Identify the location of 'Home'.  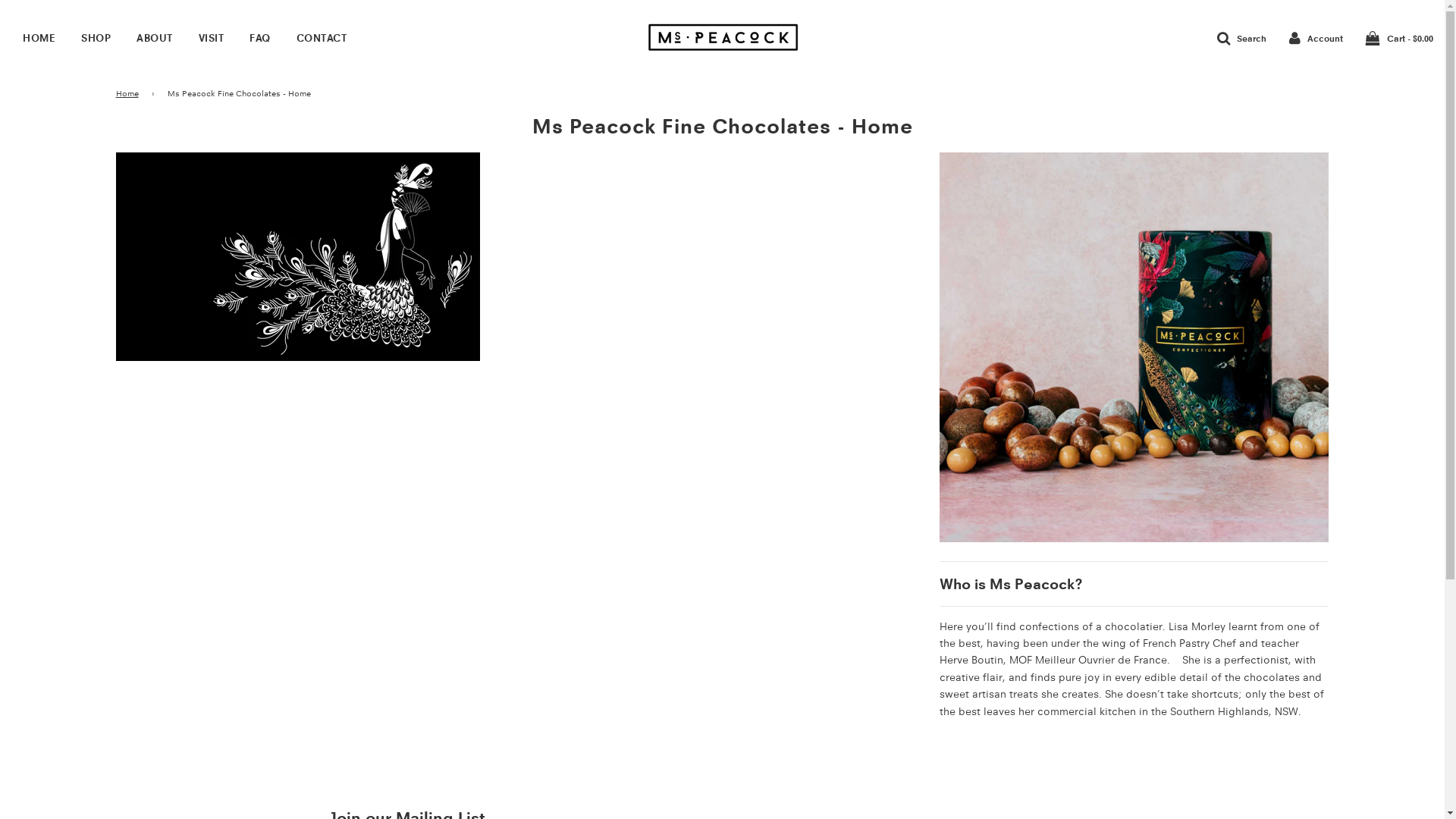
(129, 93).